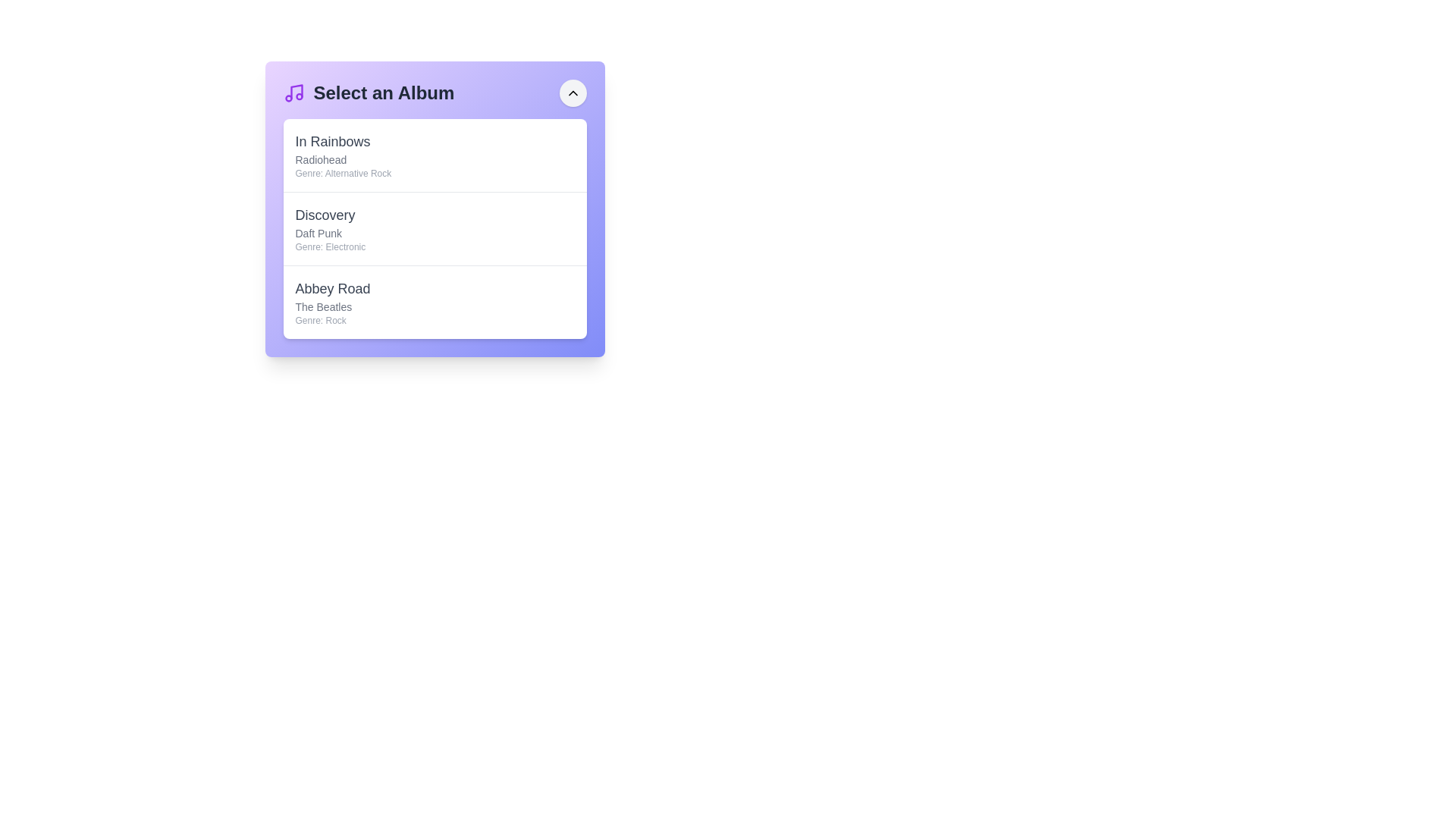 This screenshot has width=1456, height=819. Describe the element at coordinates (329, 215) in the screenshot. I see `the text label representing the title of the second album entry in the list, which is located directly above the subtitle 'Daft Punk'` at that location.